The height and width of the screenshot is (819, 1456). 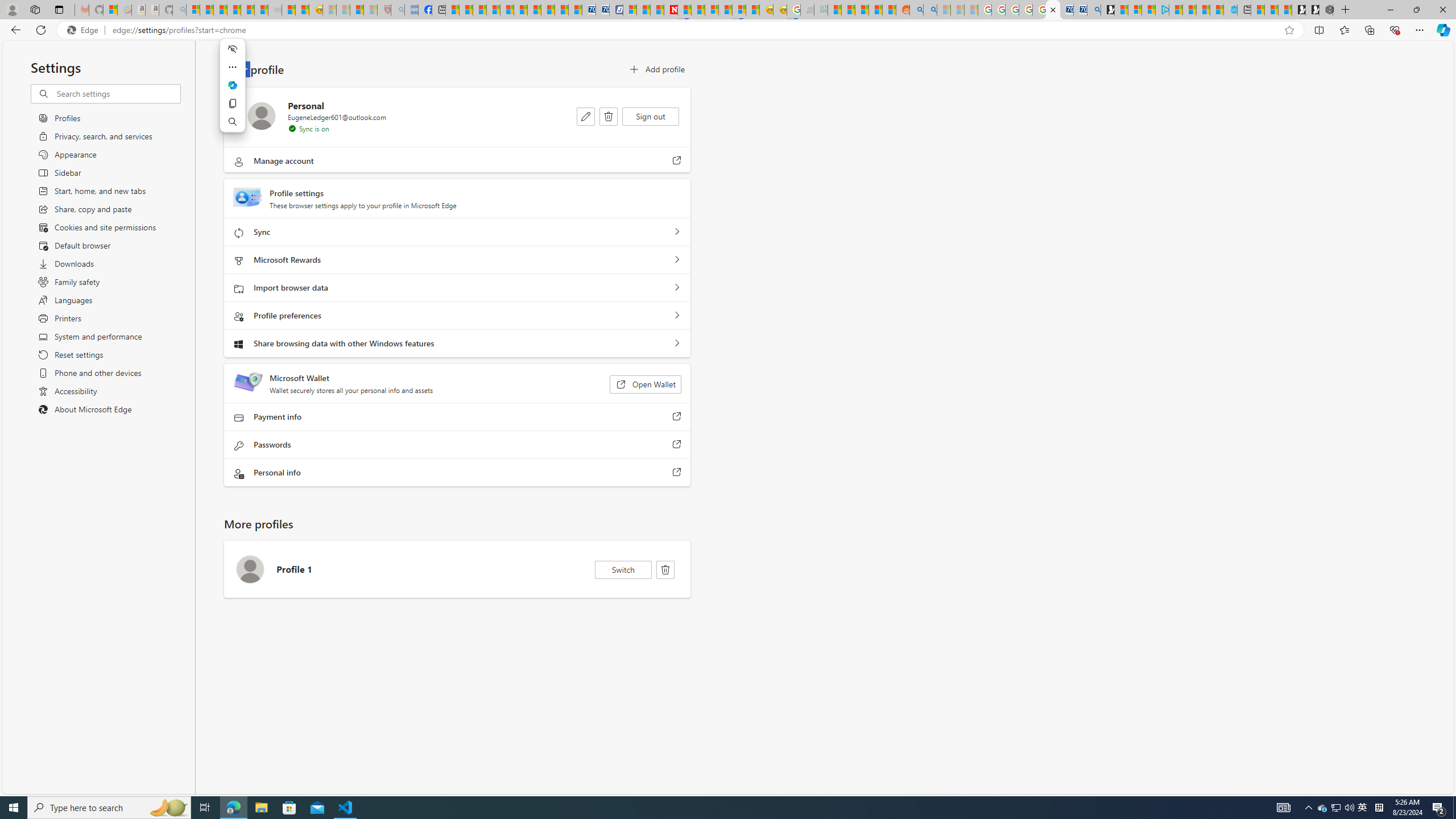 I want to click on 'Delete', so click(x=665, y=570).